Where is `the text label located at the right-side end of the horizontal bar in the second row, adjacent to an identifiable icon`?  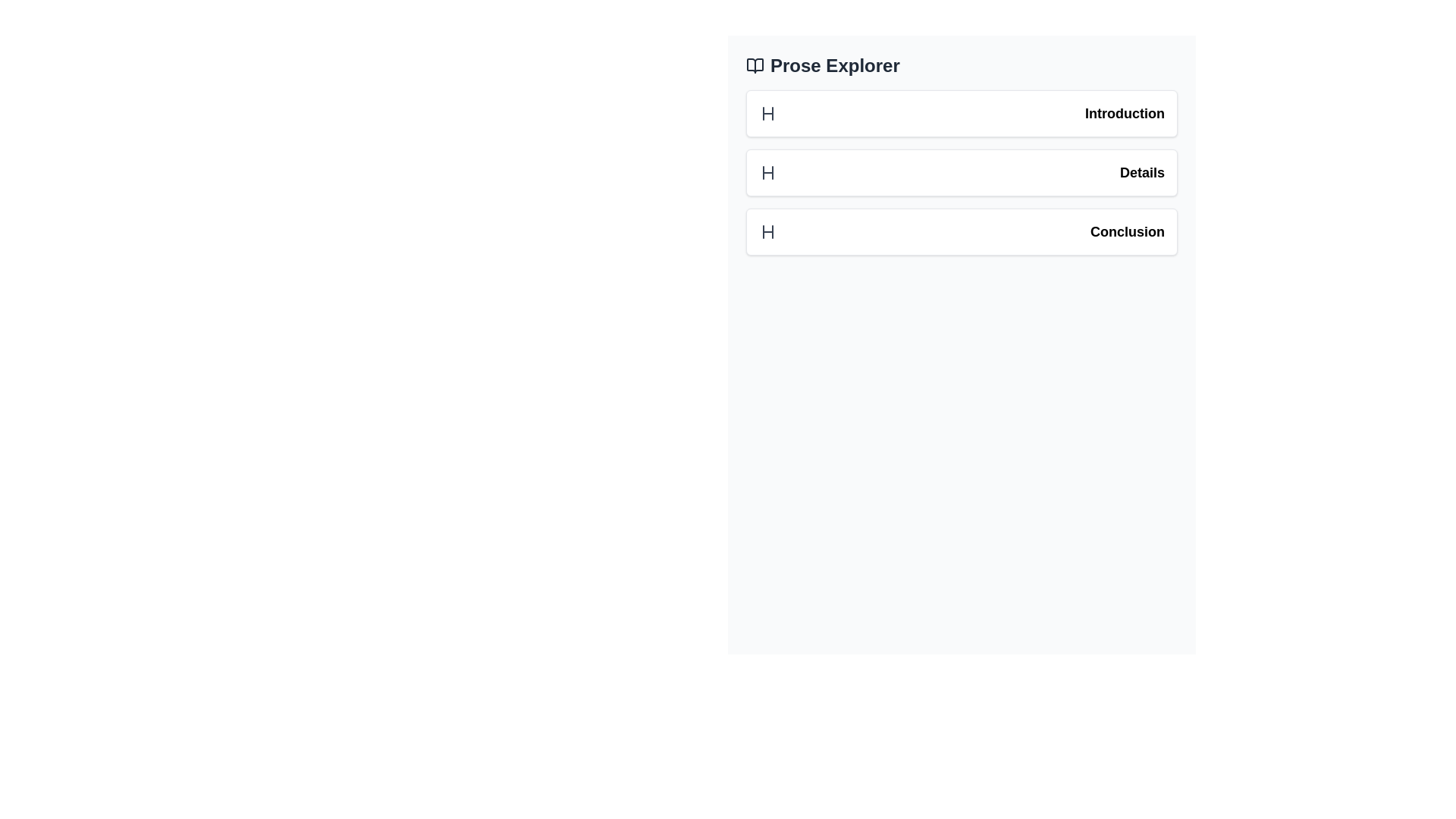 the text label located at the right-side end of the horizontal bar in the second row, adjacent to an identifiable icon is located at coordinates (1142, 171).